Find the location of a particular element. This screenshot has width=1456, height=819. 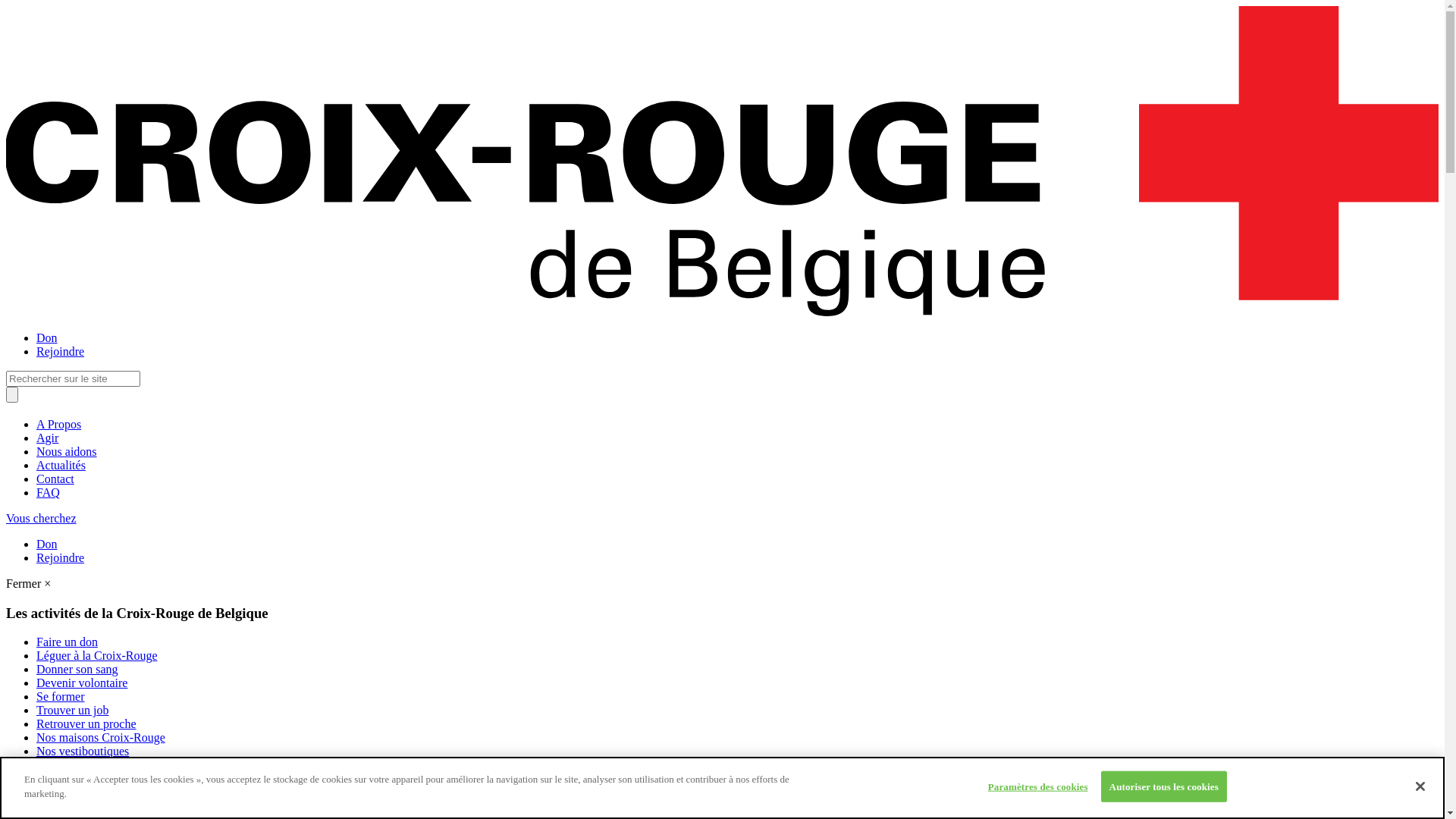

'Se former' is located at coordinates (61, 696).